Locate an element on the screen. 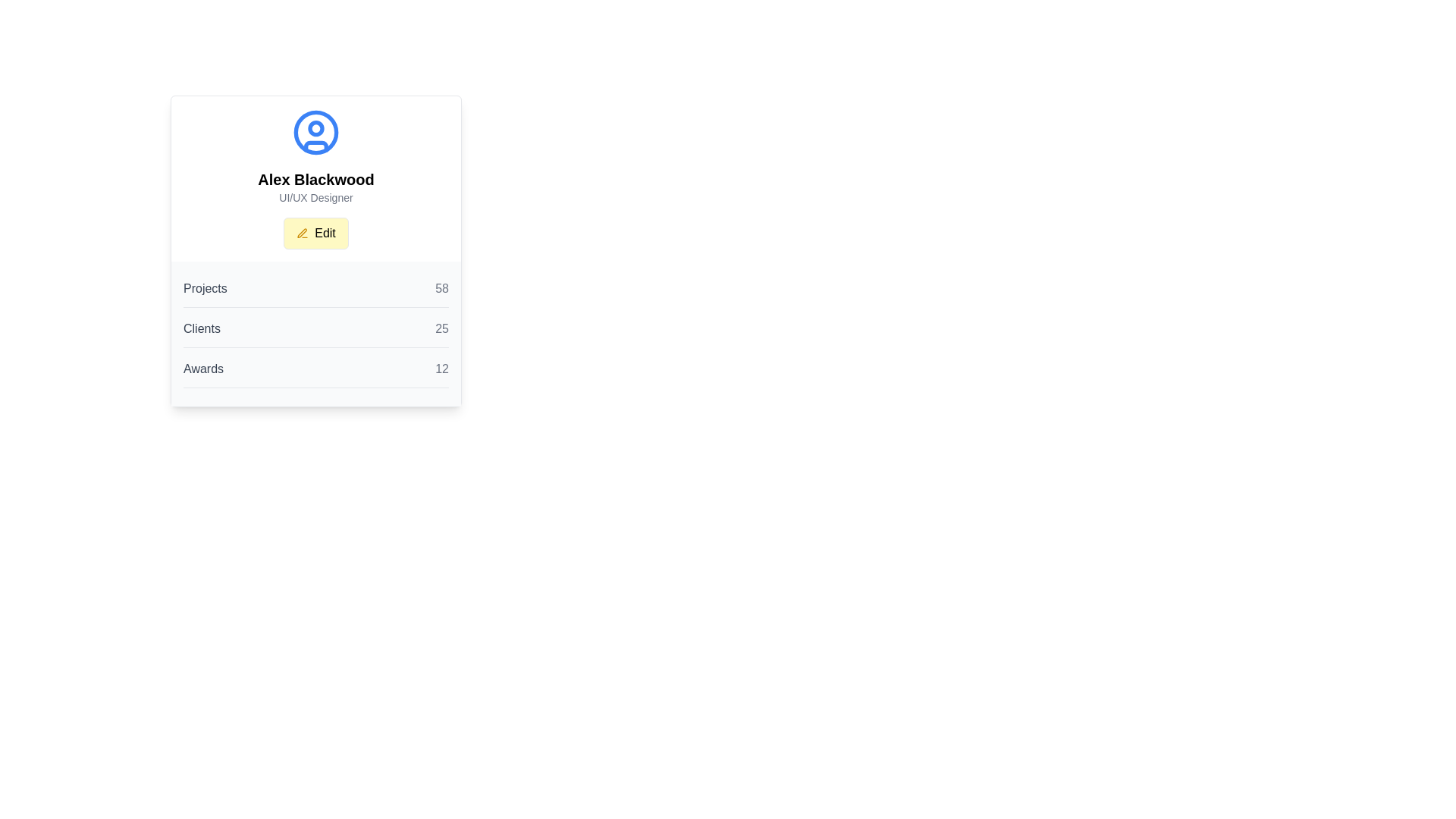 Image resolution: width=1456 pixels, height=819 pixels. the text label displaying the number of 'Projects' associated with the user, located to the right of the 'Projects' label in the top row of the list is located at coordinates (441, 289).